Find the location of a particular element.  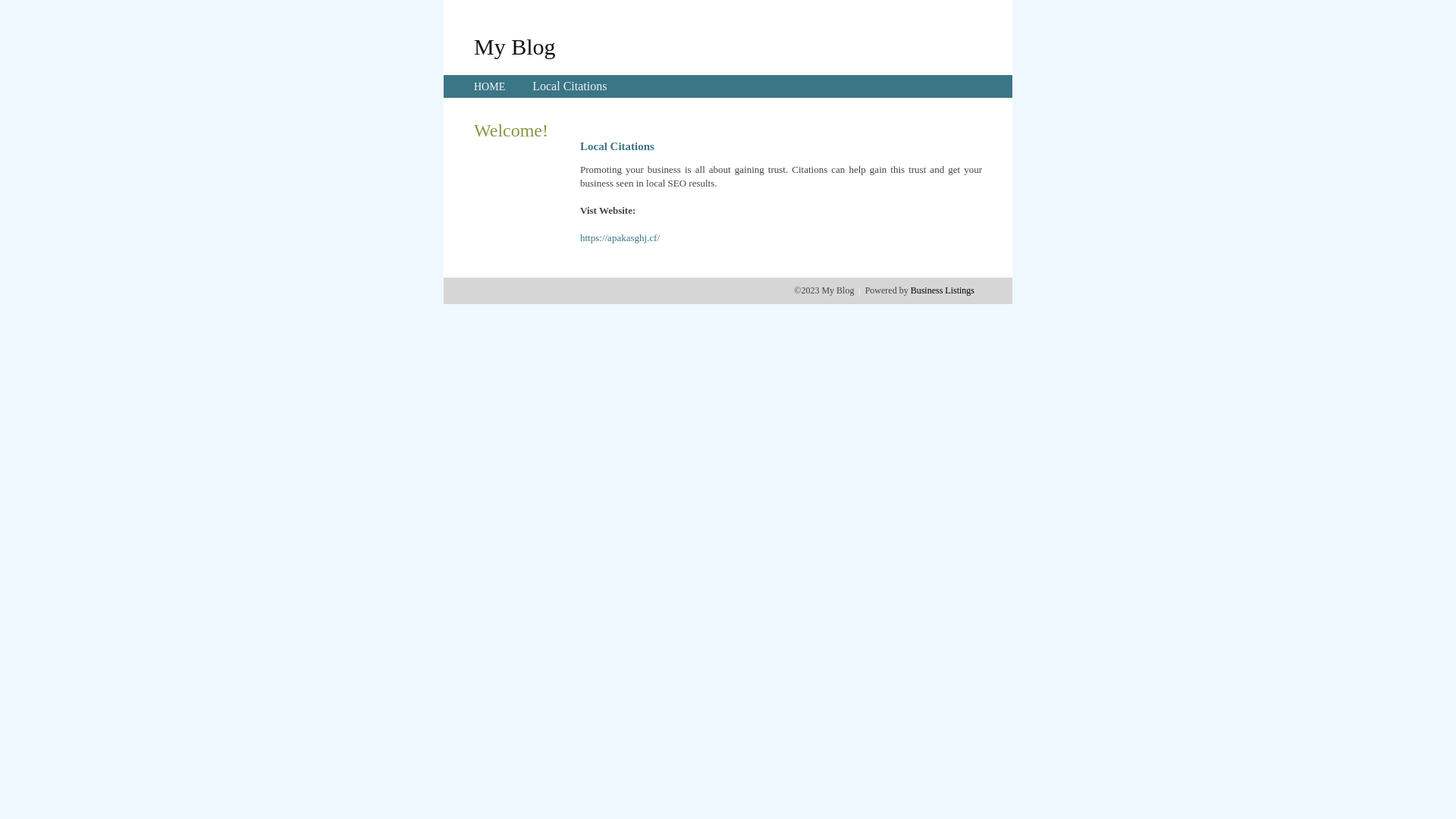

'Business Listings' is located at coordinates (910, 290).